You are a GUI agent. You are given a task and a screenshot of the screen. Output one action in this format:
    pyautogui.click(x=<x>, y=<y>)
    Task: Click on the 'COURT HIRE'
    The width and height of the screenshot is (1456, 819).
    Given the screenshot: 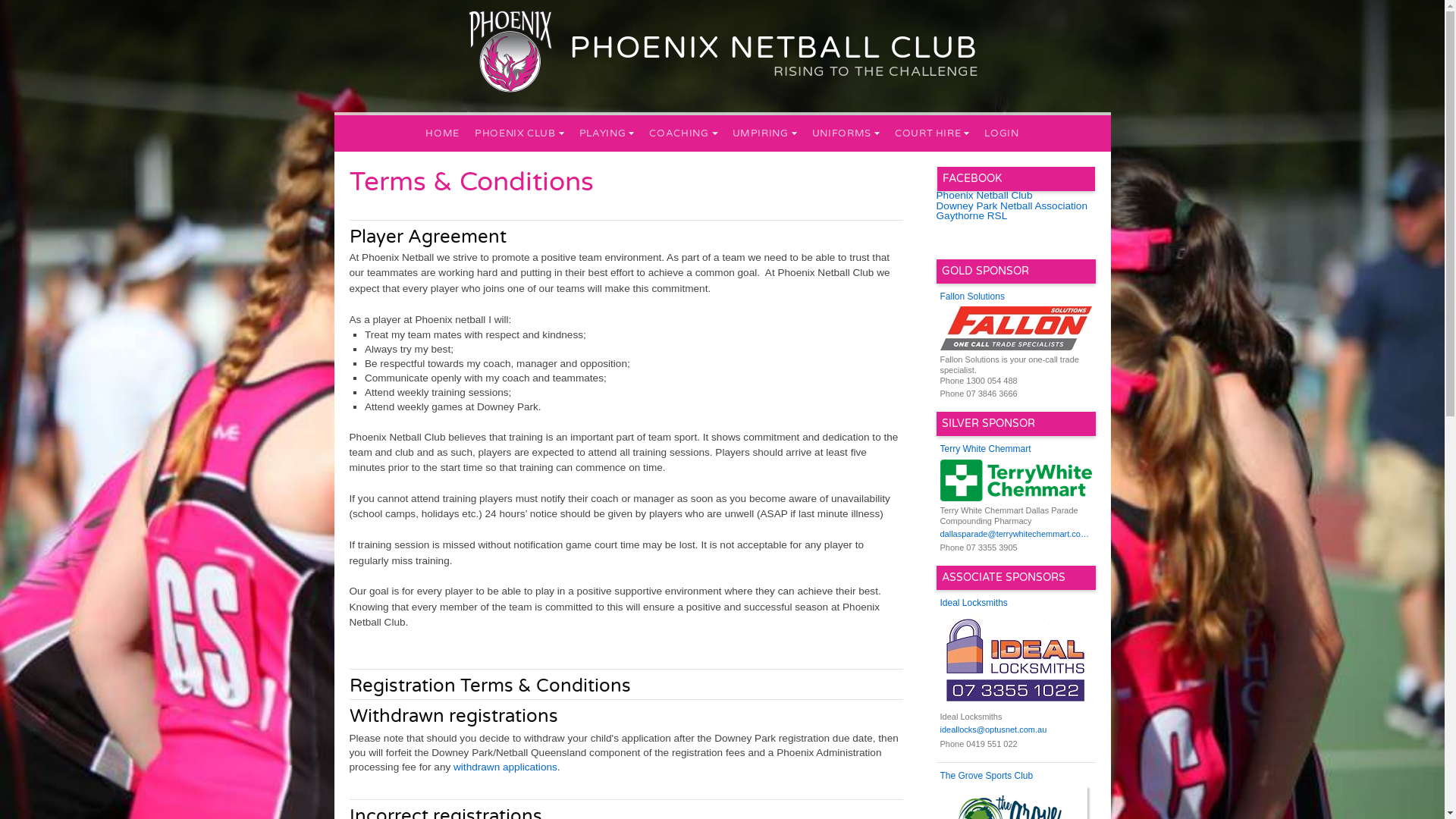 What is the action you would take?
    pyautogui.click(x=931, y=133)
    